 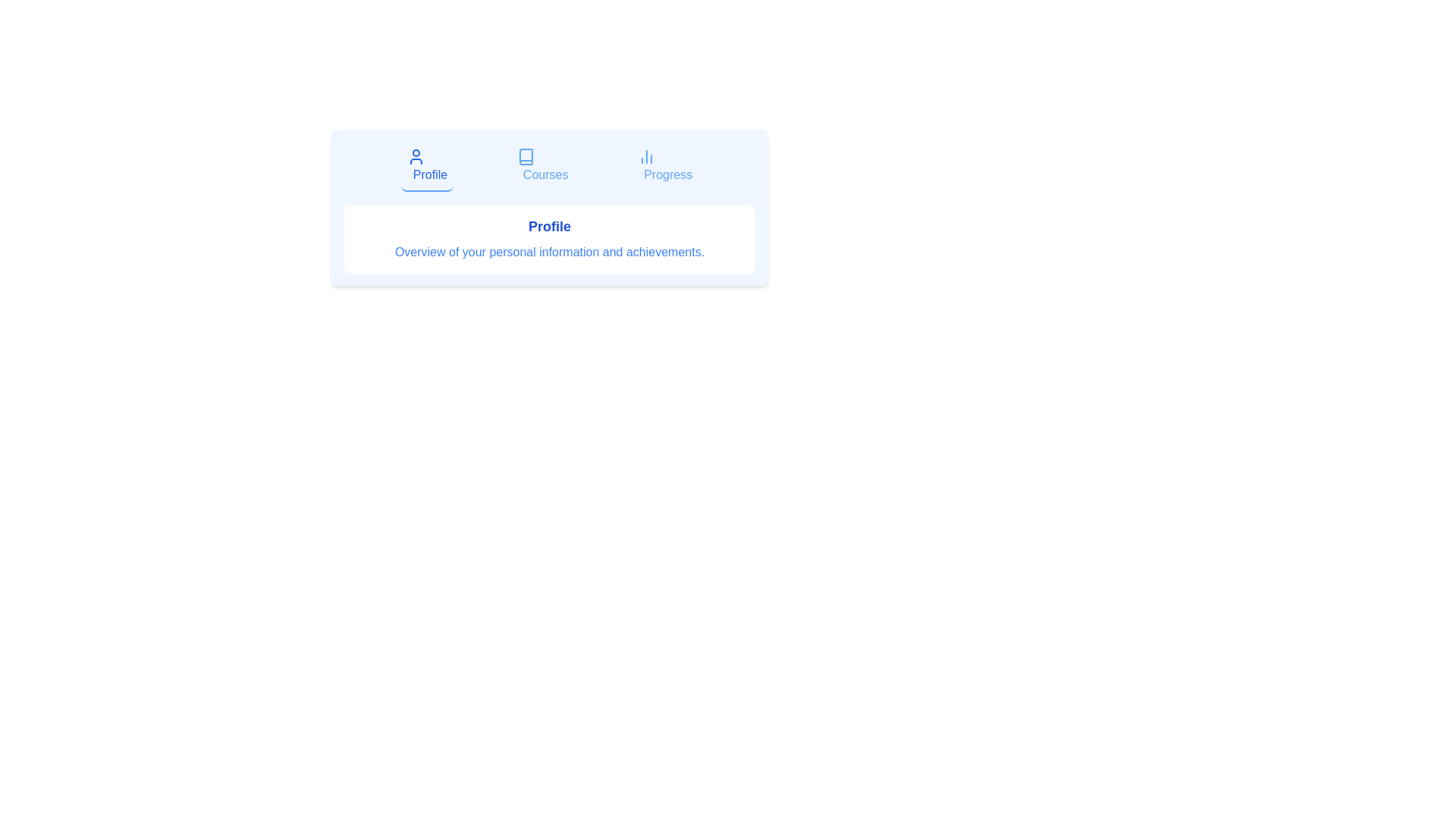 I want to click on the tab labeled Courses to switch to that tab, so click(x=542, y=166).